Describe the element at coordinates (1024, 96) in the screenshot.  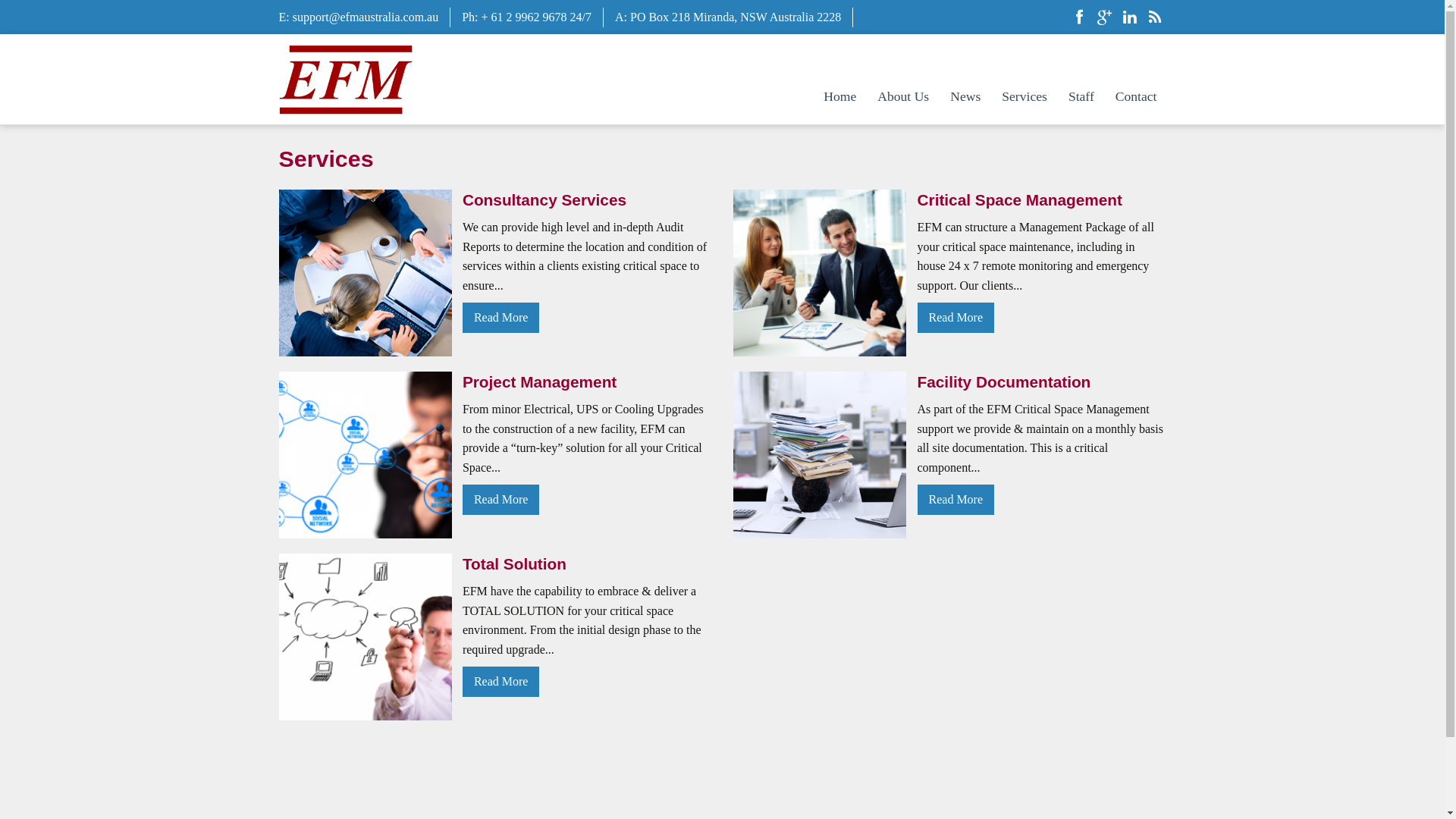
I see `'Services'` at that location.